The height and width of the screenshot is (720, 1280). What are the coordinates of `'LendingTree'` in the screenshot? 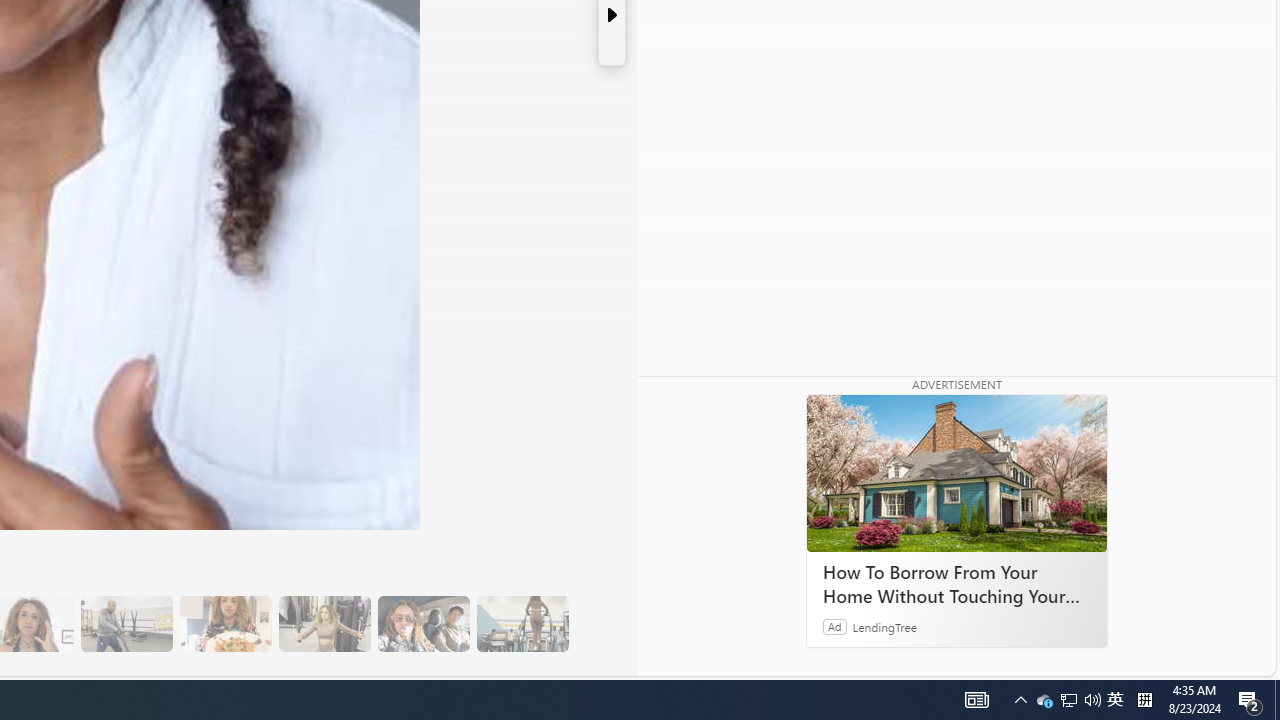 It's located at (884, 625).